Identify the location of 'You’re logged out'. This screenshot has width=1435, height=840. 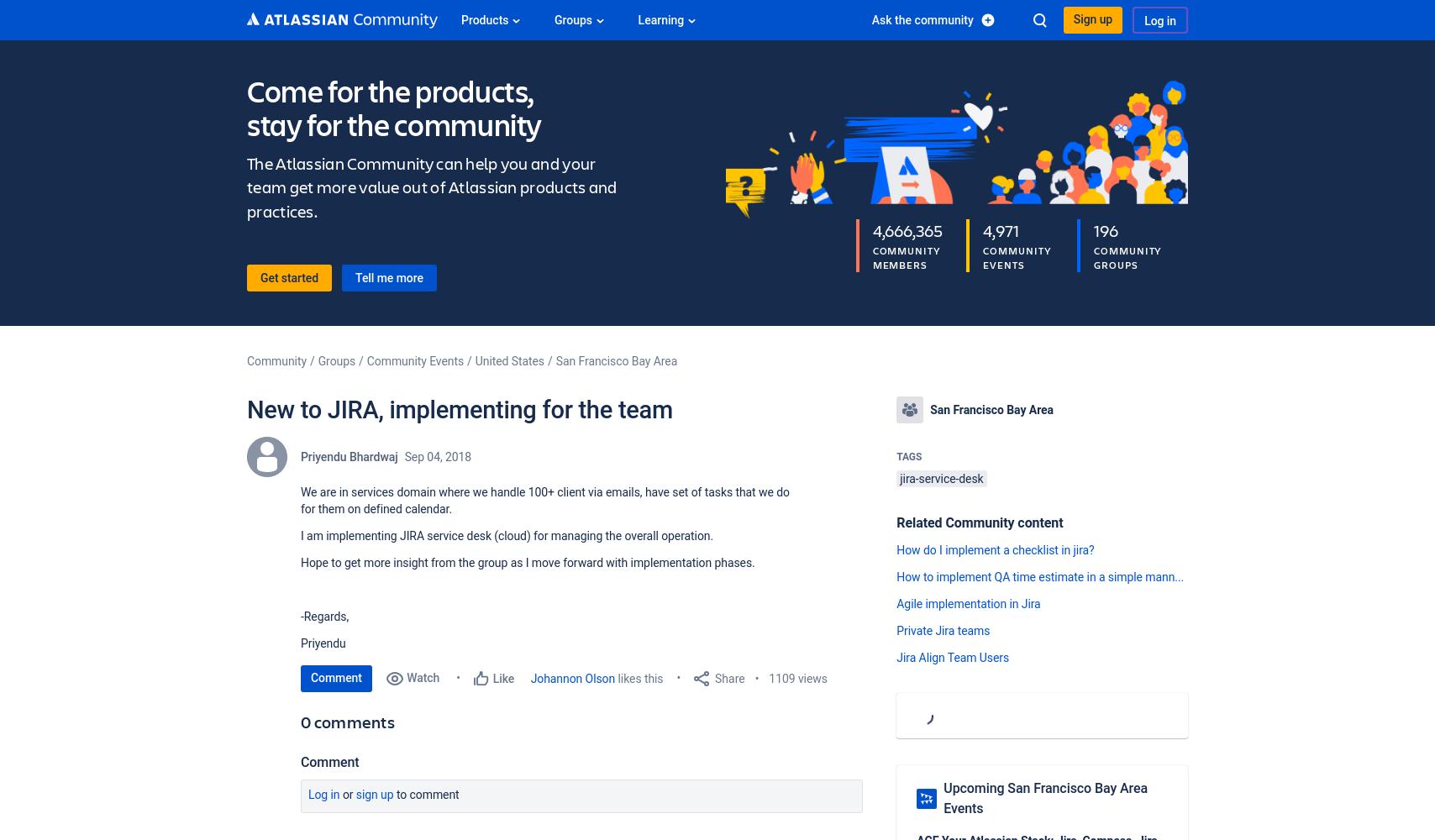
(1033, 60).